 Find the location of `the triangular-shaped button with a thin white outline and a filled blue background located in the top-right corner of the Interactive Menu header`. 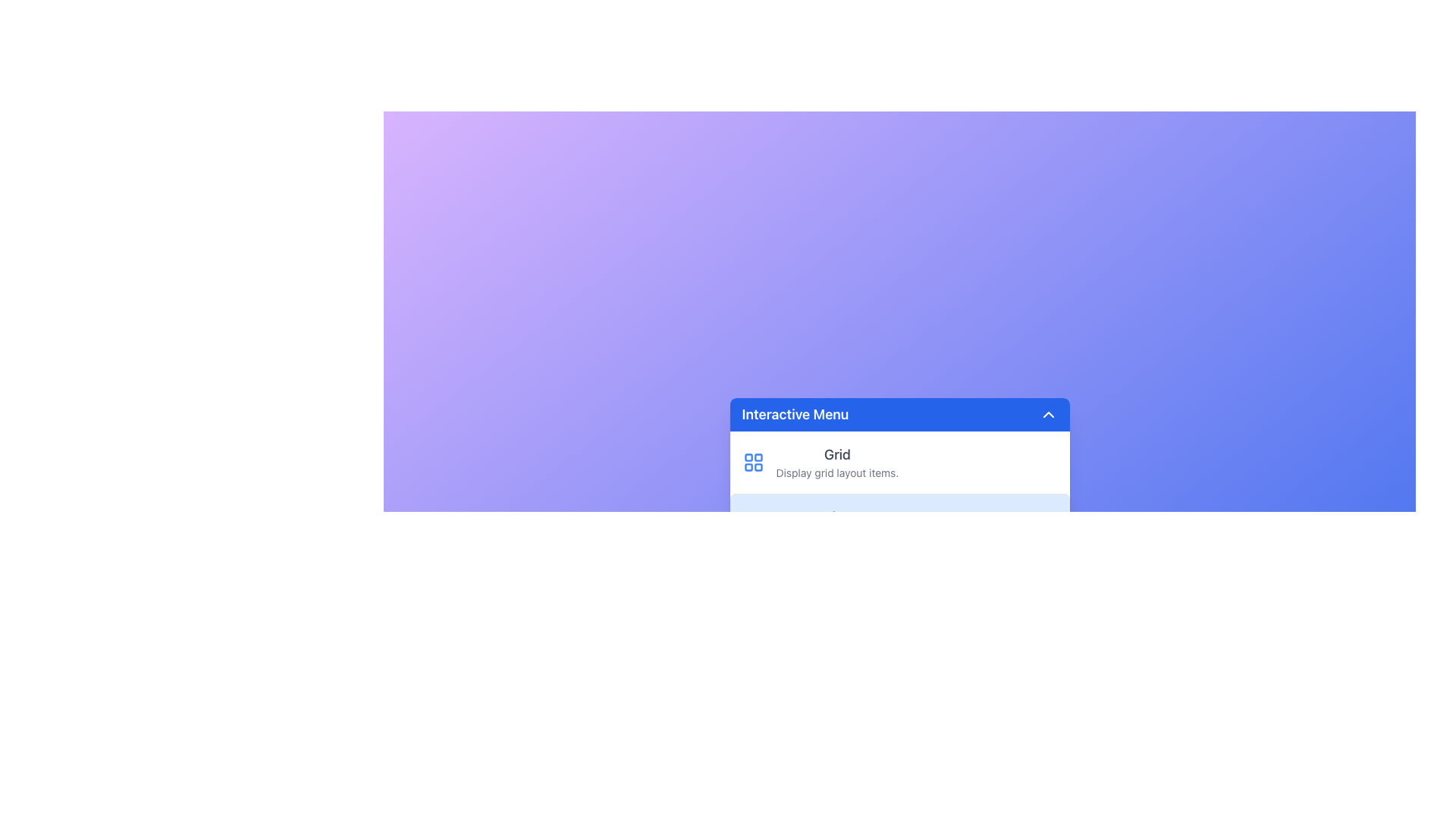

the triangular-shaped button with a thin white outline and a filled blue background located in the top-right corner of the Interactive Menu header is located at coordinates (1047, 415).